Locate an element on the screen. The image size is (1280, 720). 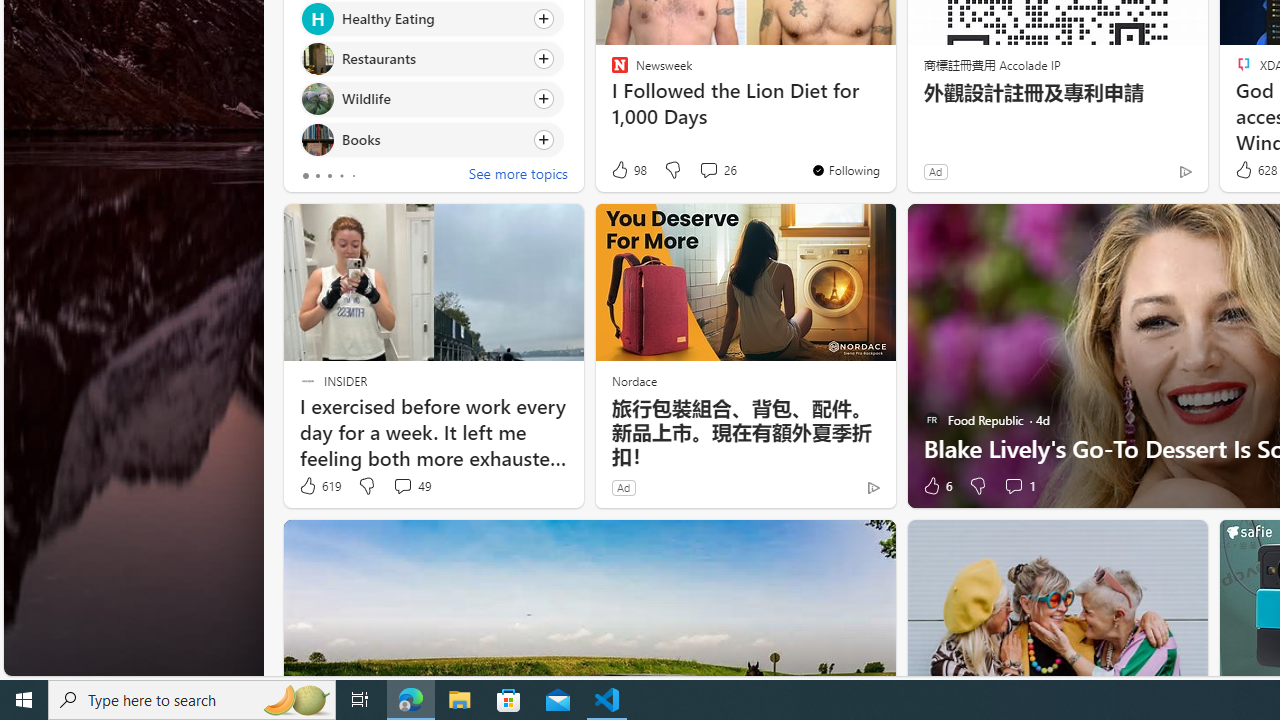
'619 Like' is located at coordinates (318, 486).